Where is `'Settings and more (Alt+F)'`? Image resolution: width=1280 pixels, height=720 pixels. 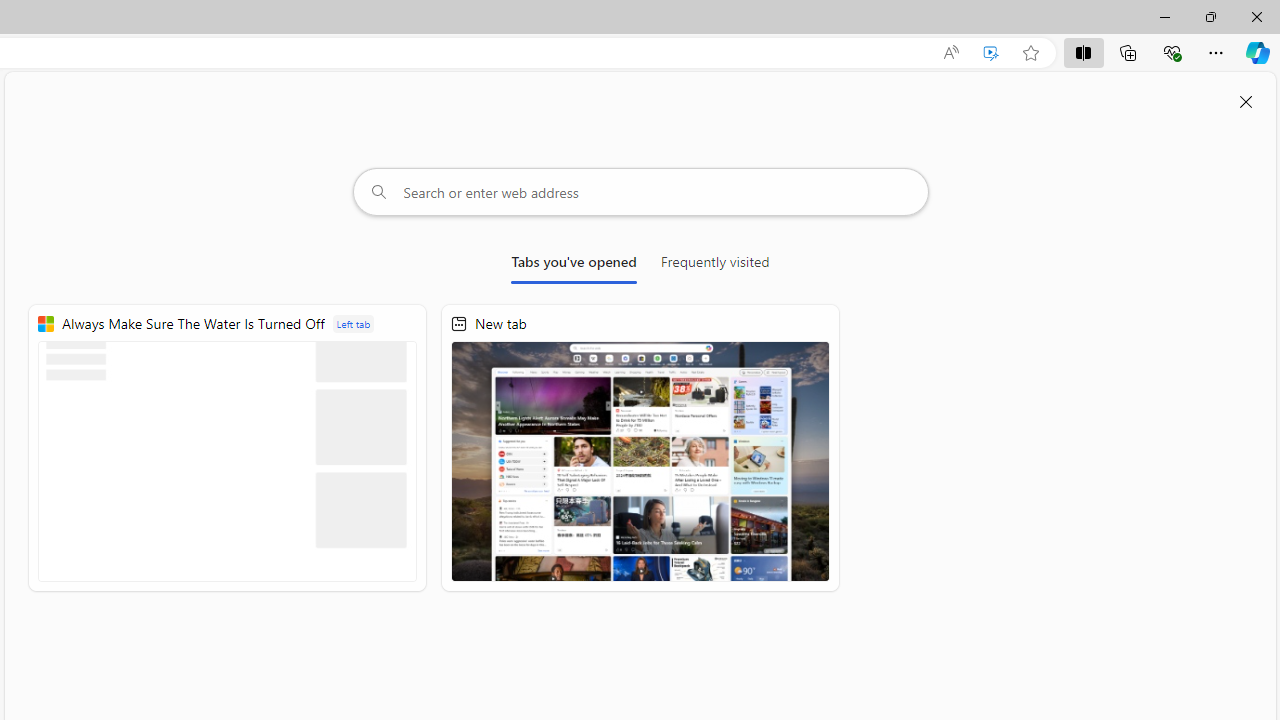
'Settings and more (Alt+F)' is located at coordinates (1215, 51).